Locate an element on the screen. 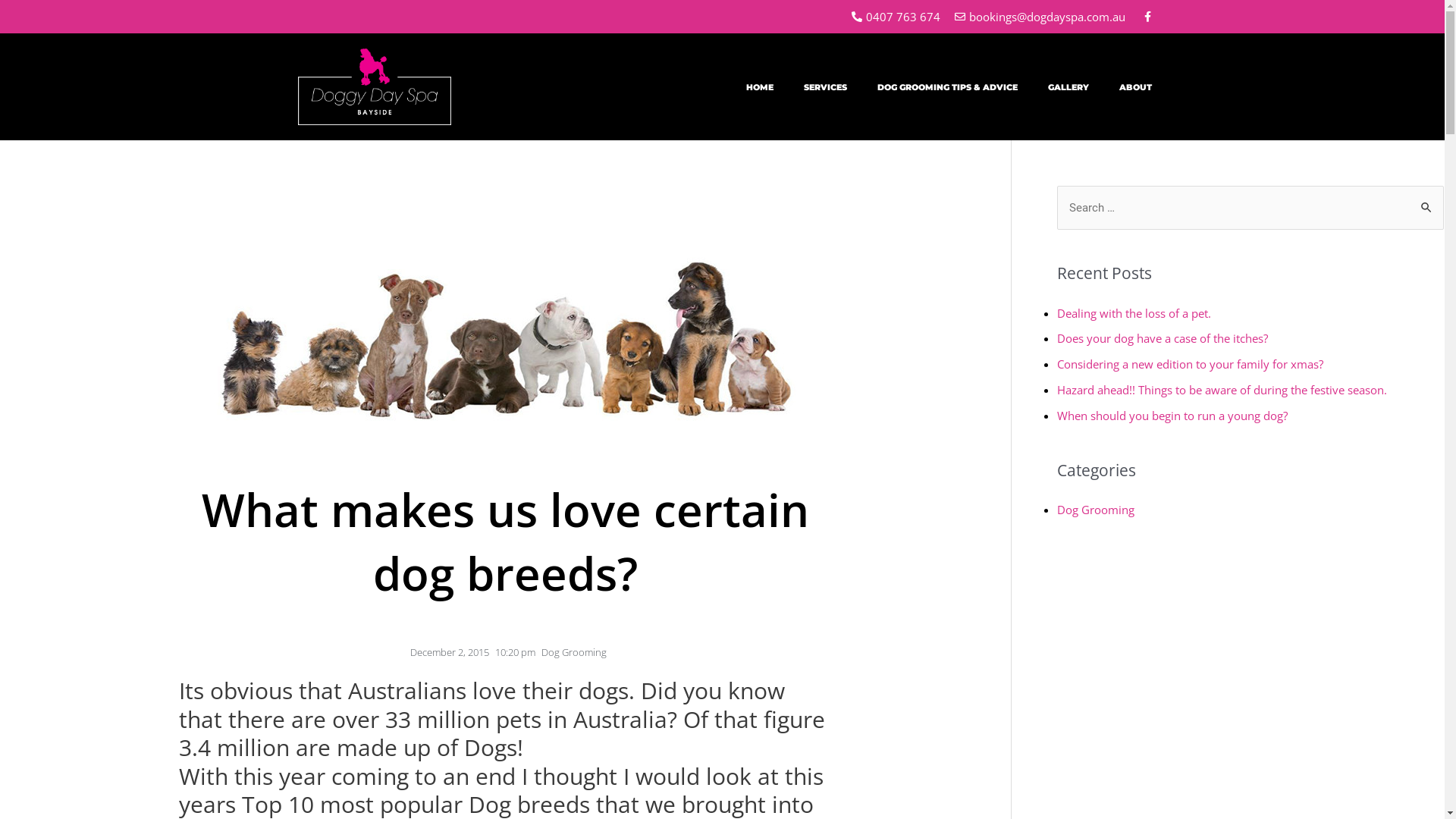 The width and height of the screenshot is (1456, 819). 'Dealing with the loss of a pet.' is located at coordinates (1134, 312).